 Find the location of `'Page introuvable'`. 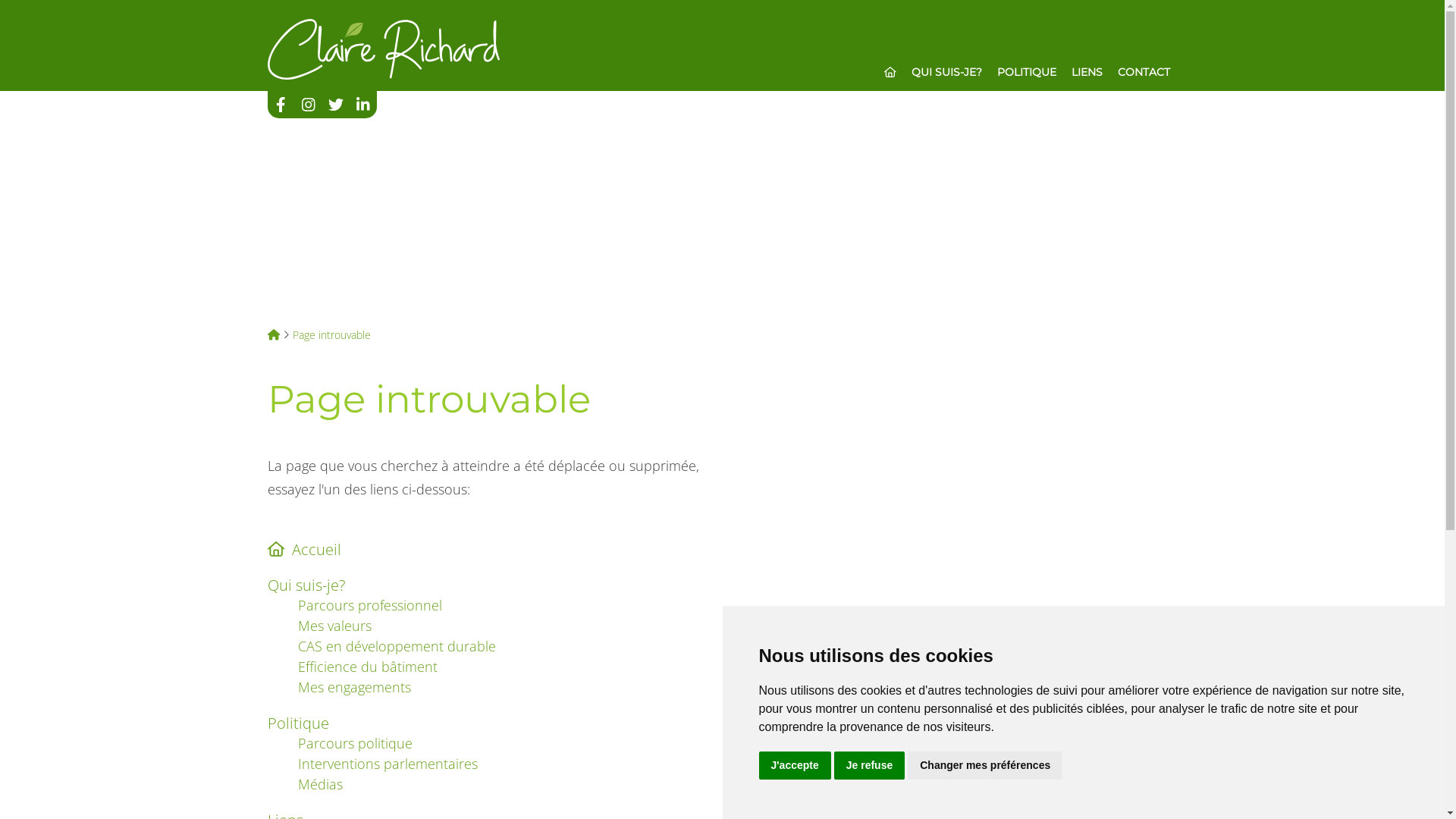

'Page introuvable' is located at coordinates (331, 334).